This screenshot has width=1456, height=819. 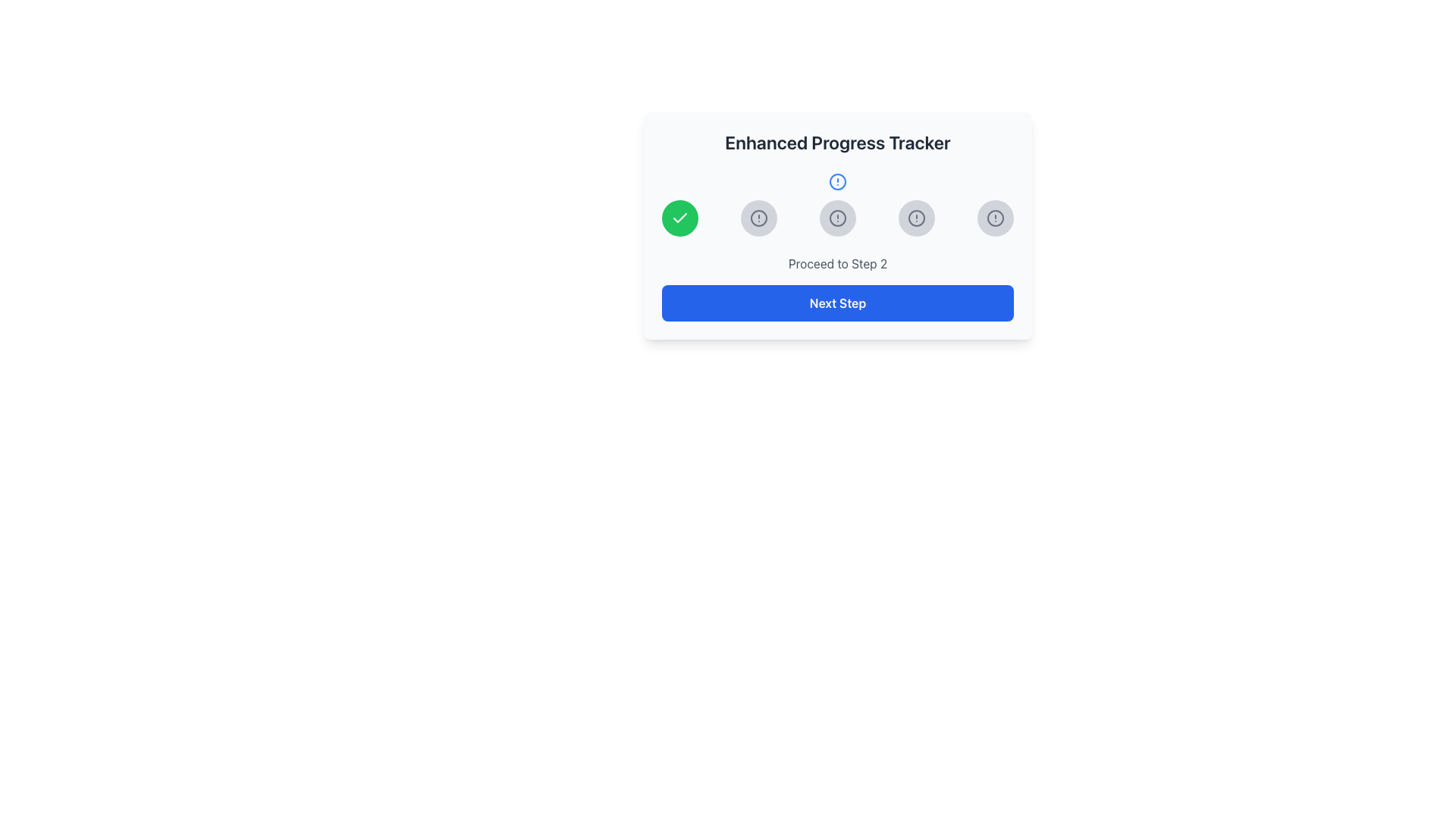 I want to click on the alert icon at the rightmost end of the horizontal progress indicator within the 'Enhanced Progress Tracker' panel, so click(x=996, y=218).